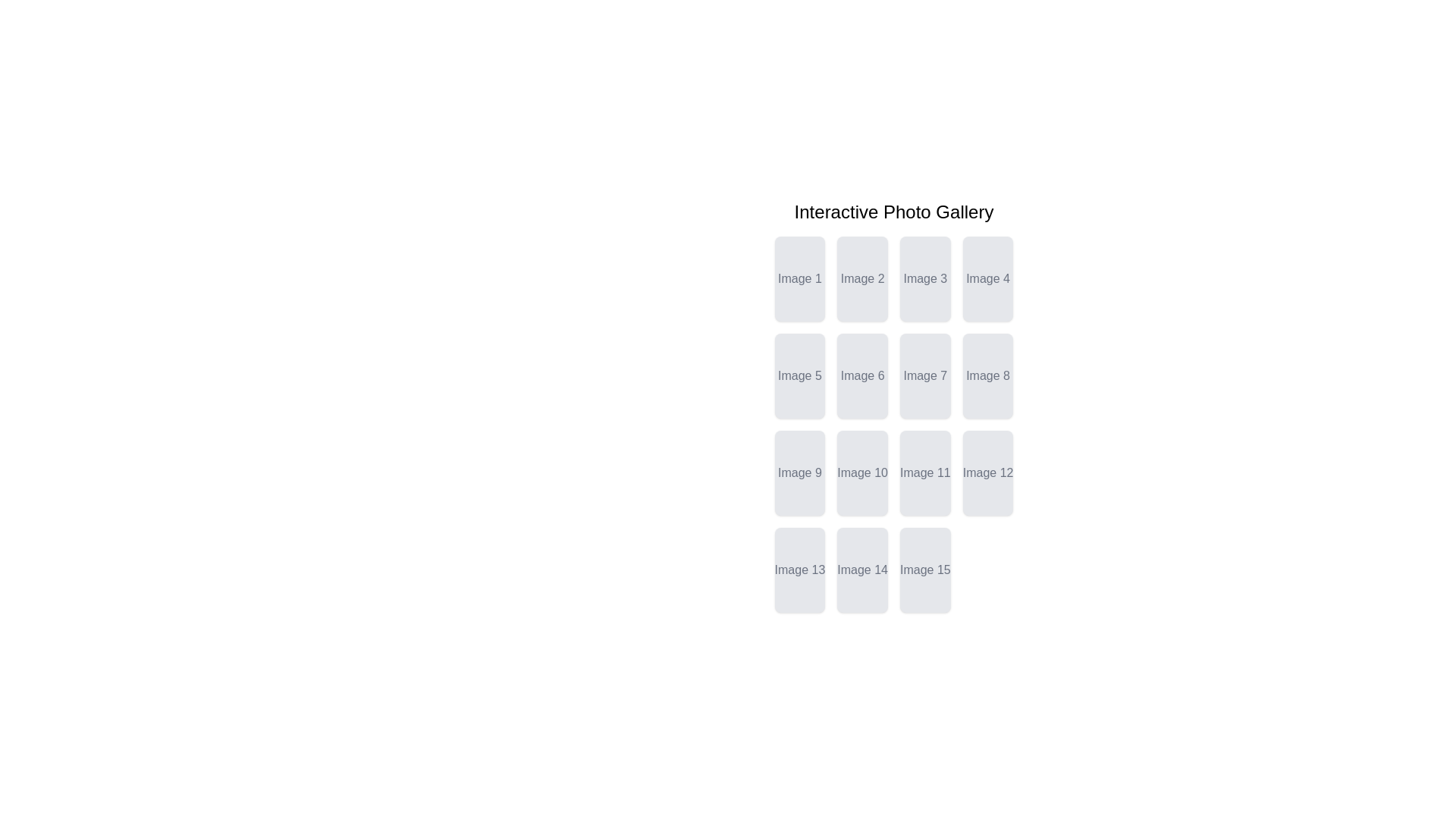  What do you see at coordinates (799, 581) in the screenshot?
I see `the interactive comment indicator located at the bottom of the card labeled 'Image 13'` at bounding box center [799, 581].